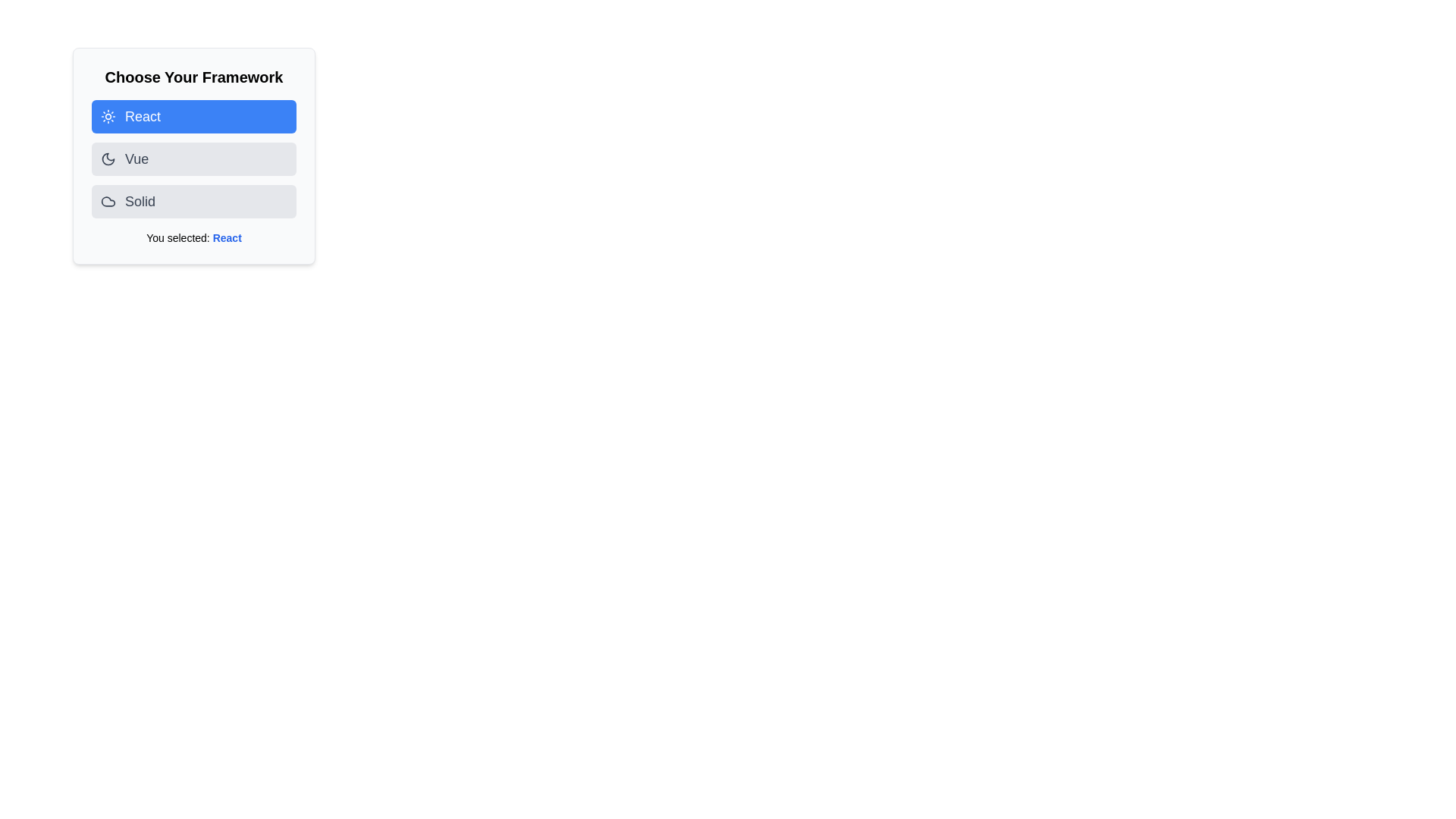  What do you see at coordinates (108, 201) in the screenshot?
I see `the icon representing the 'Solid' framework located in the middle right of the card, specifically in the third button slot` at bounding box center [108, 201].